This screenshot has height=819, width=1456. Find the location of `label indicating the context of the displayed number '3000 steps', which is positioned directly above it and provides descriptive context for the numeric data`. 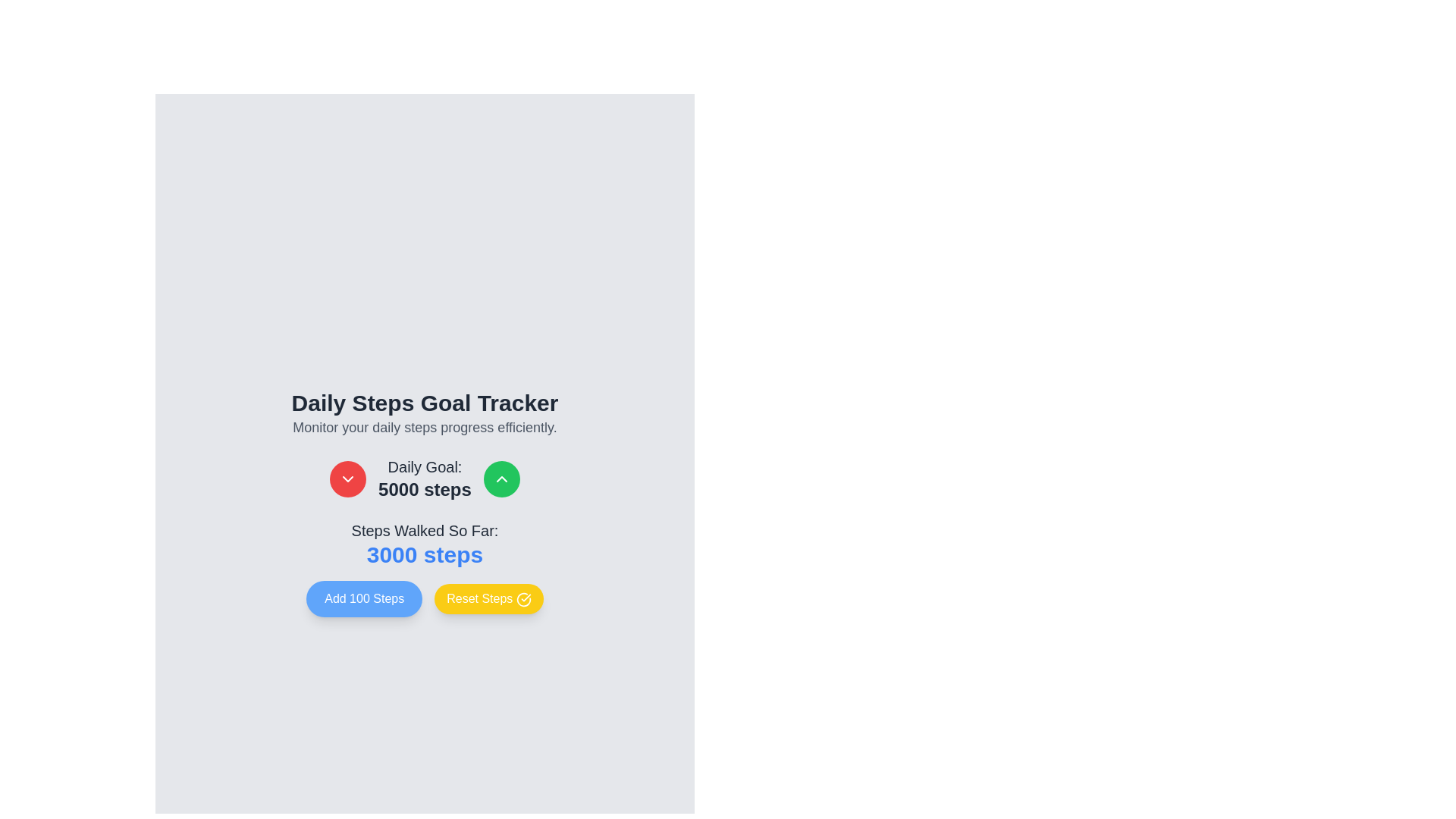

label indicating the context of the displayed number '3000 steps', which is positioned directly above it and provides descriptive context for the numeric data is located at coordinates (425, 529).